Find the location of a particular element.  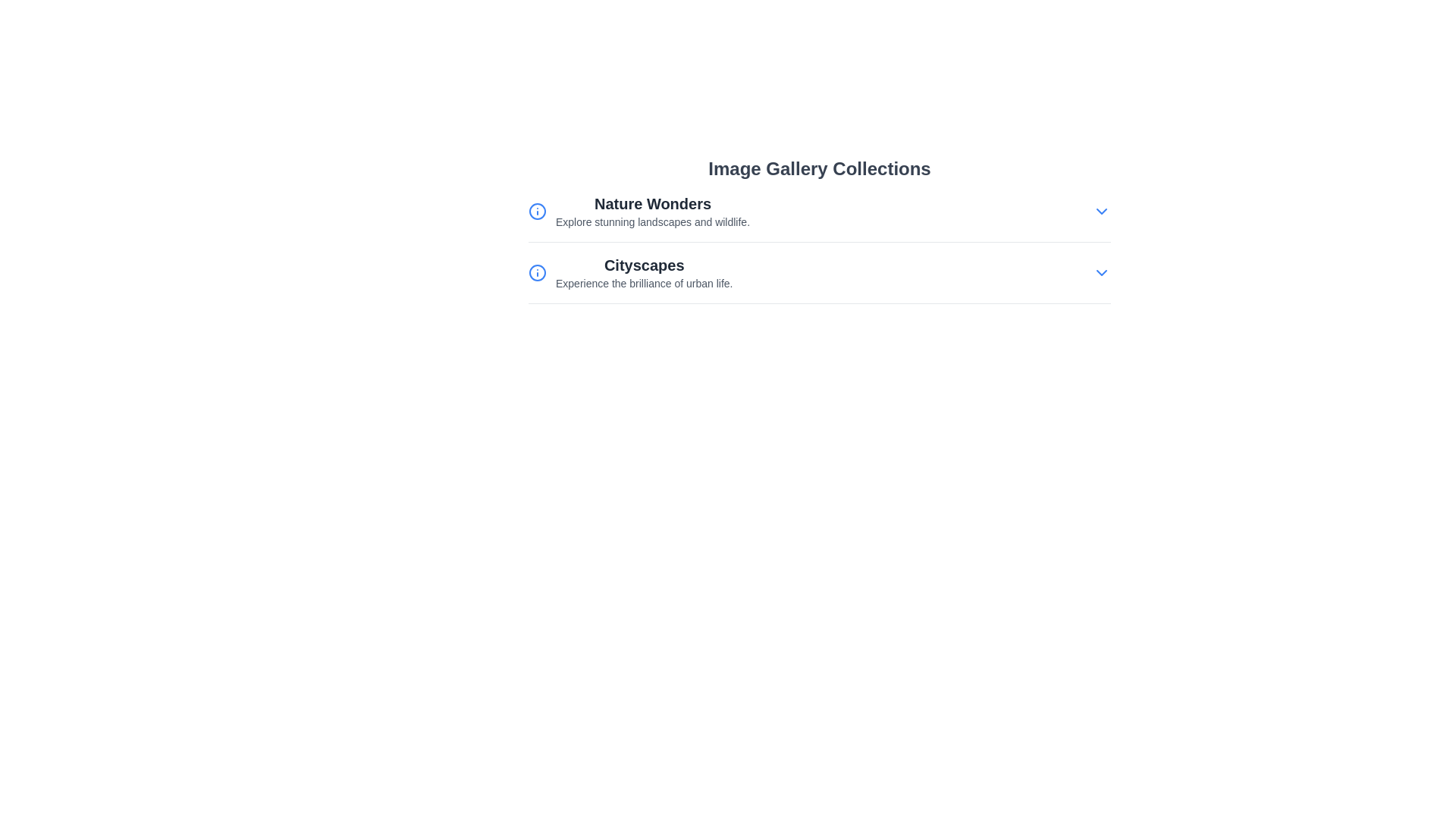

the header text element labeled 'Cityscapes', which introduces a section about urban life is located at coordinates (644, 265).